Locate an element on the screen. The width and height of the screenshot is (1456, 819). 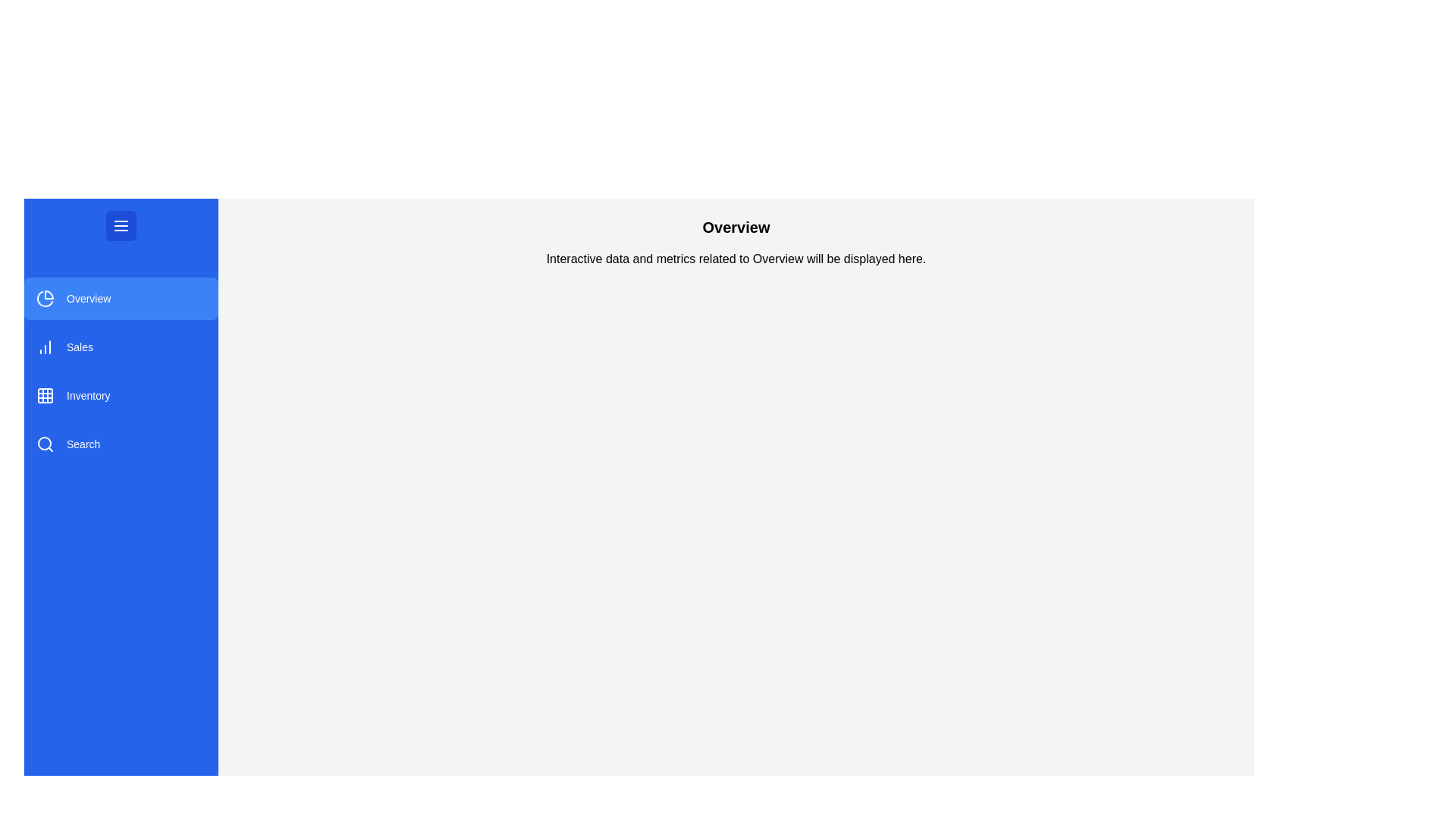
the module Search from the sidebar menu is located at coordinates (120, 444).